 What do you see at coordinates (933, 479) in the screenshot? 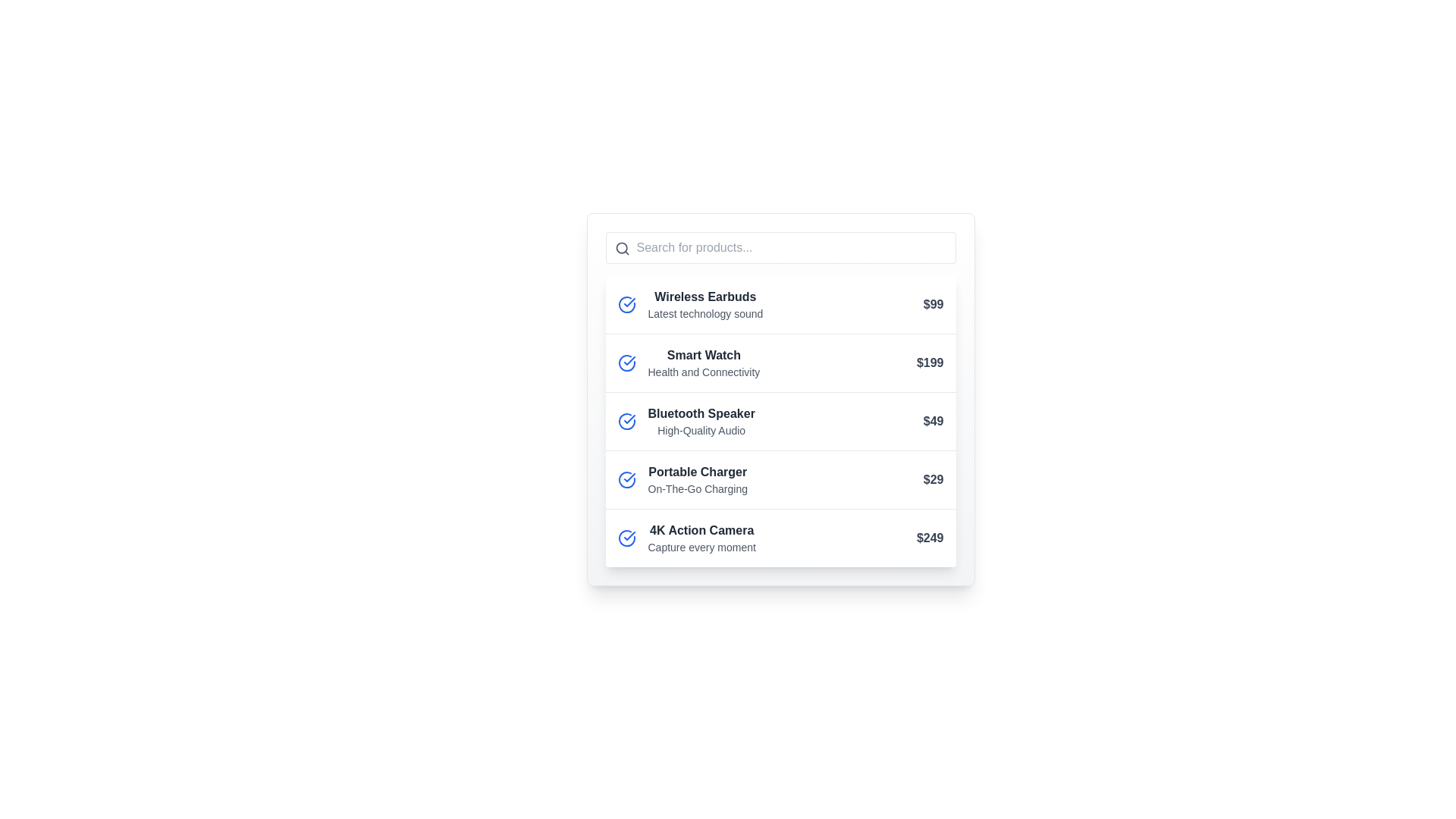
I see `the price text label for the 'Portable Charger' product, which is located at the far right of the product entry in the list, providing the price indication` at bounding box center [933, 479].